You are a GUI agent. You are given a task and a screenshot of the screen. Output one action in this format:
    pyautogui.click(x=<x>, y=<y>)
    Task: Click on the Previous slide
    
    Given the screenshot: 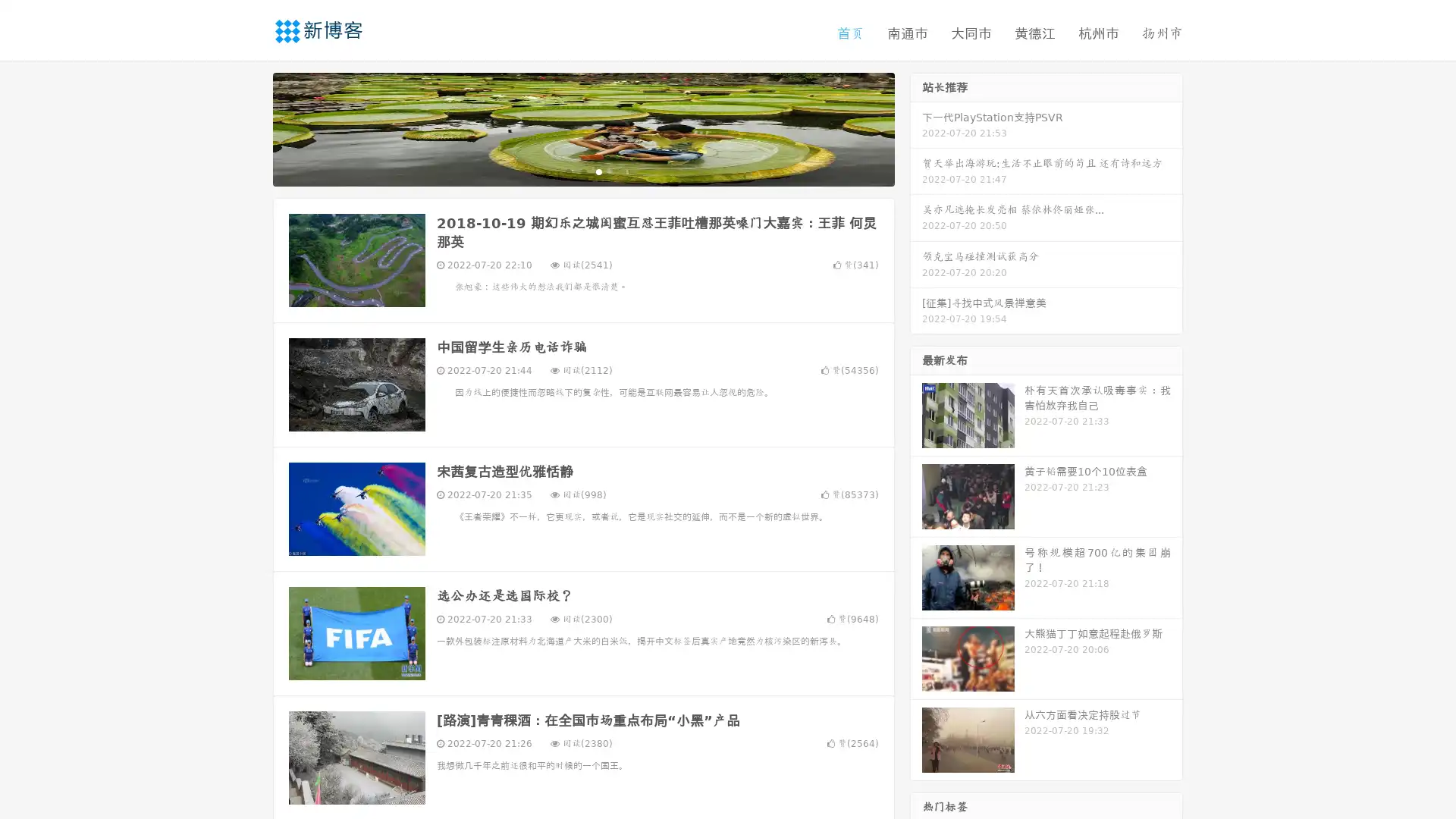 What is the action you would take?
    pyautogui.click(x=250, y=127)
    